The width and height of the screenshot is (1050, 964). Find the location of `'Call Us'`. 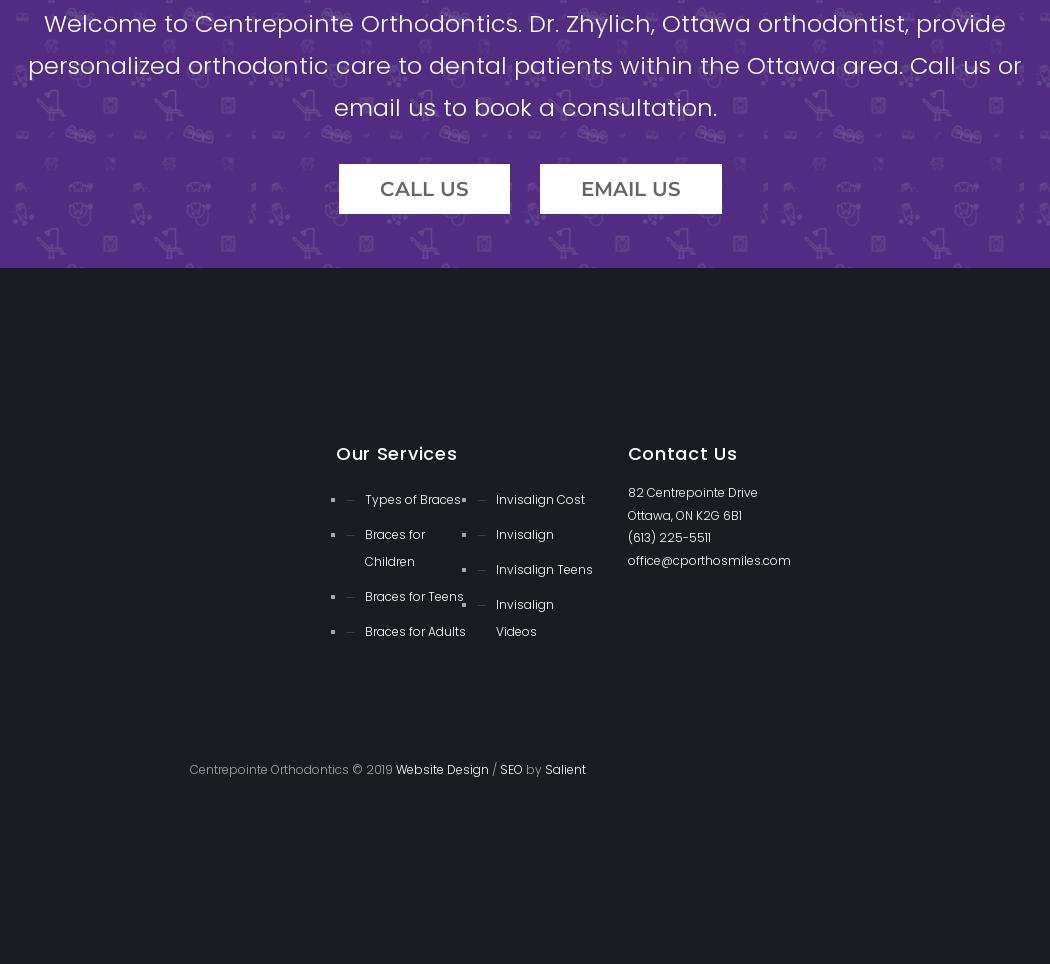

'Call Us' is located at coordinates (423, 186).